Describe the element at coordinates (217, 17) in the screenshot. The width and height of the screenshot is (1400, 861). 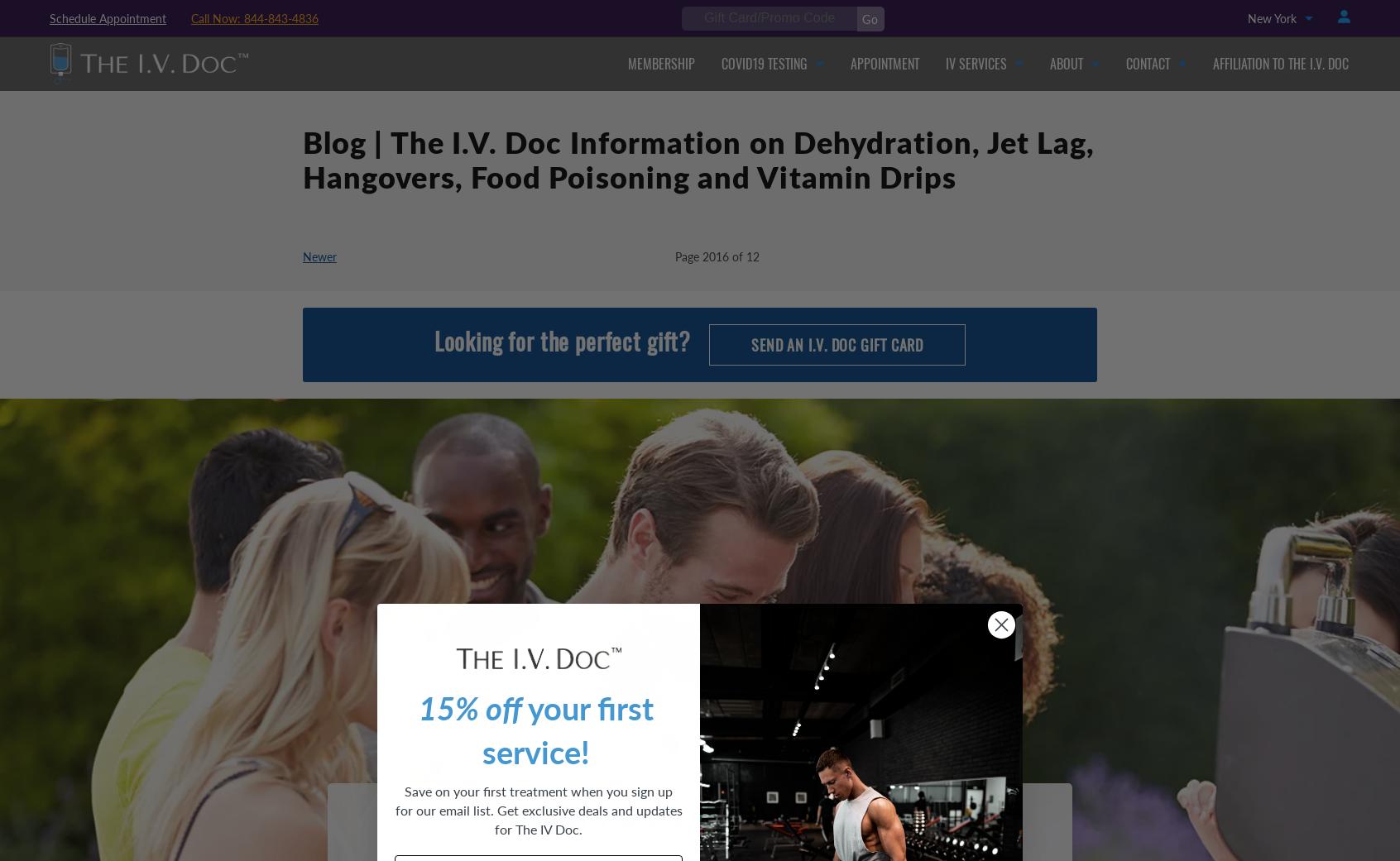
I see `'Call Now:'` at that location.